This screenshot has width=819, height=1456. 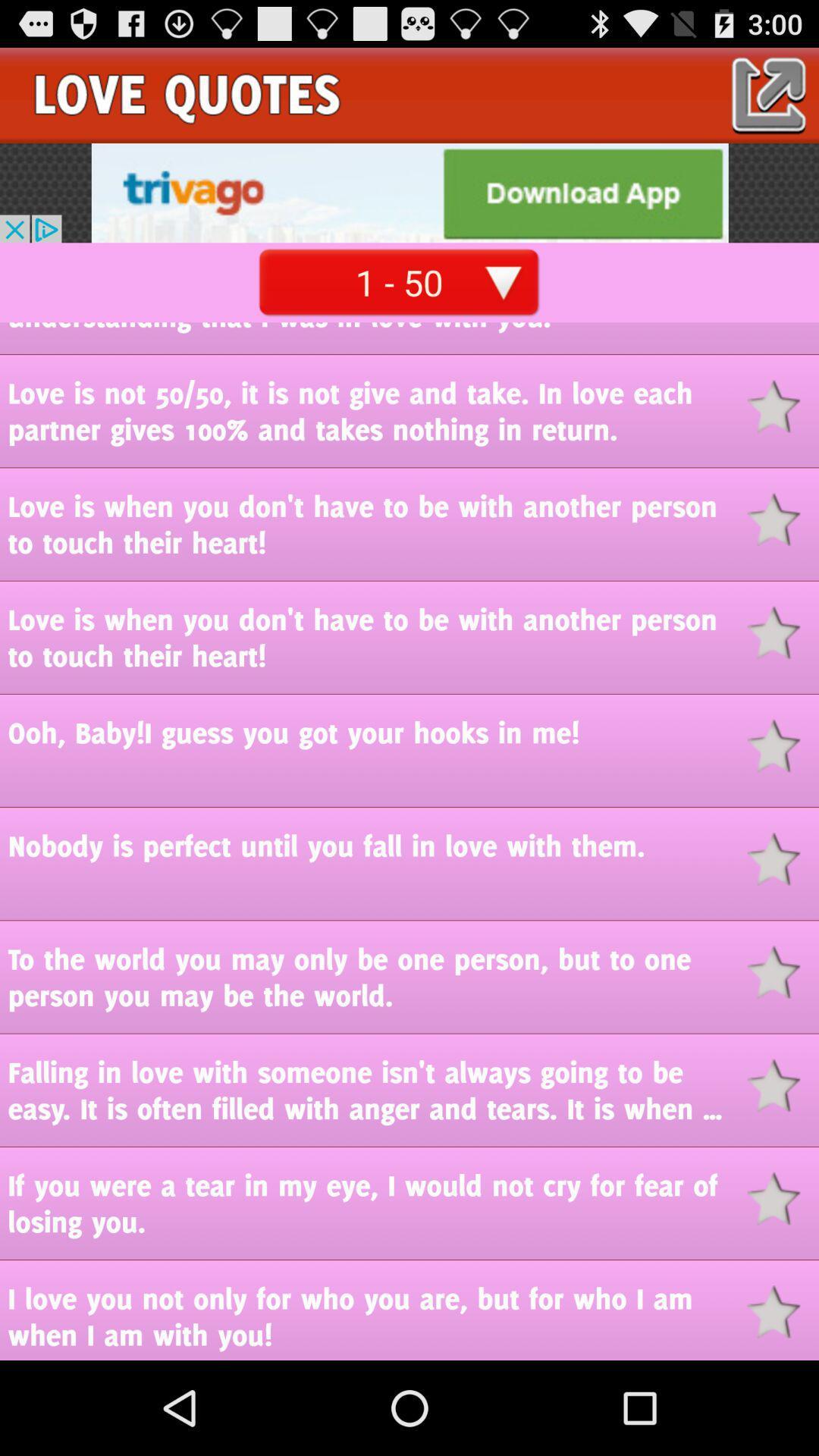 I want to click on mark as favorite, so click(x=783, y=519).